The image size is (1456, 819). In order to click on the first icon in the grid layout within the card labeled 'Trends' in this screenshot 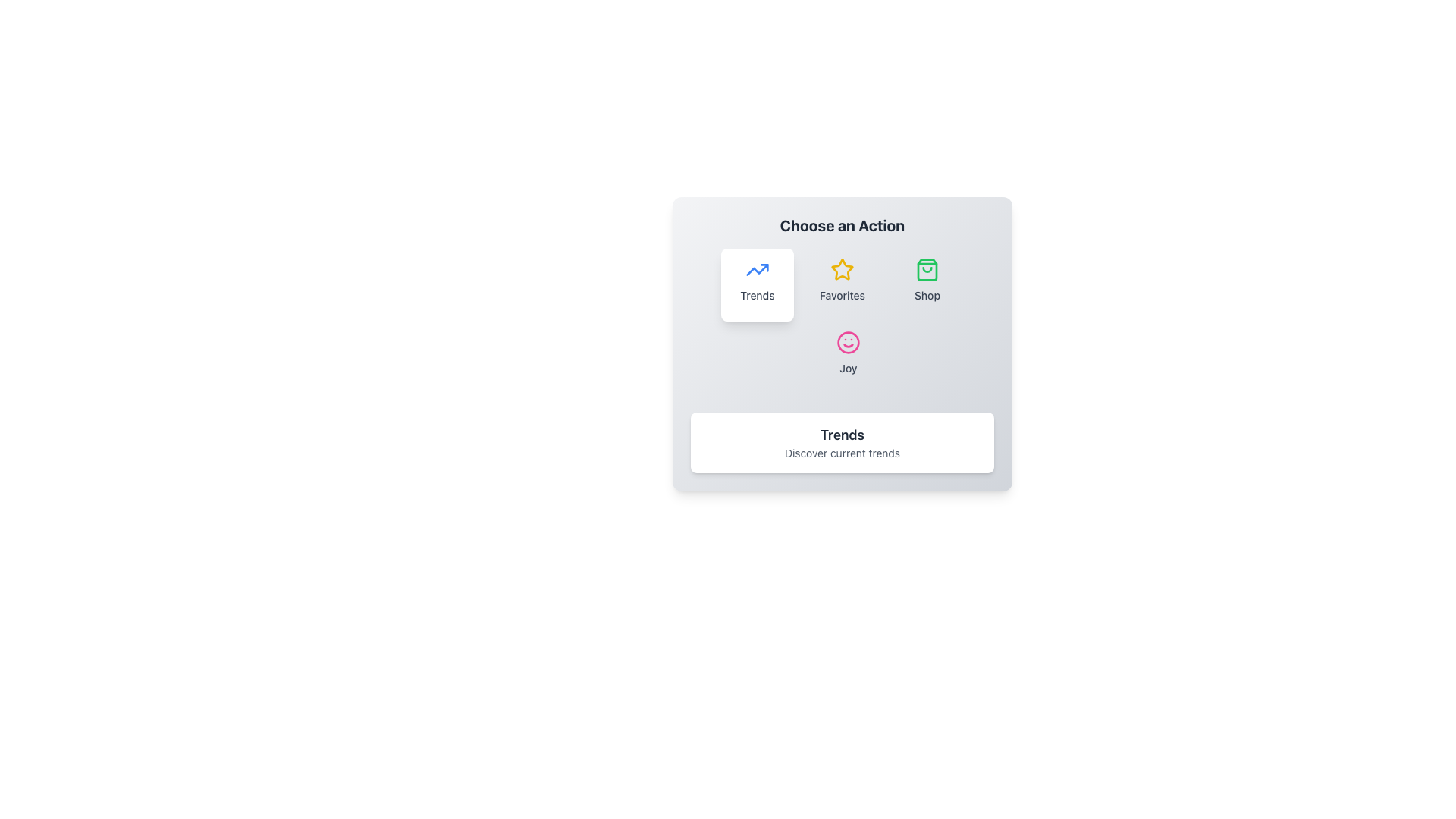, I will do `click(757, 268)`.